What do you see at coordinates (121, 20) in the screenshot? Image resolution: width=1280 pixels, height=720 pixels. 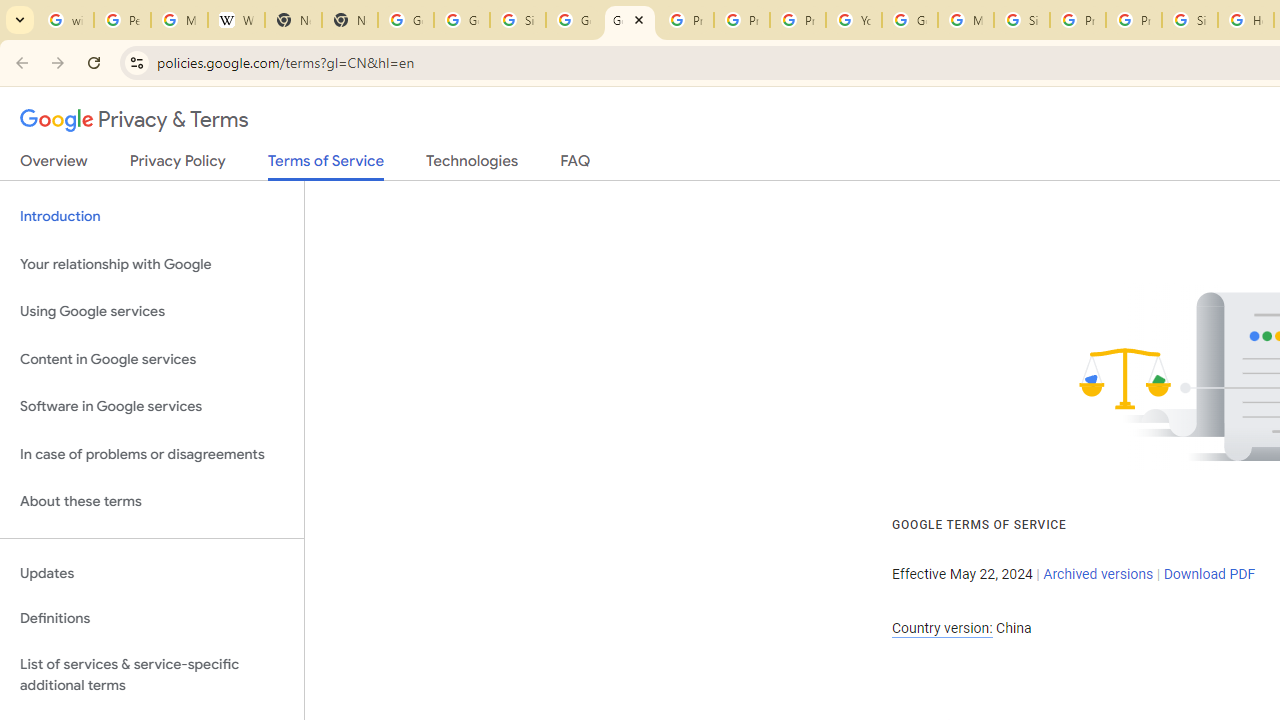 I see `'Personalization & Google Search results - Google Search Help'` at bounding box center [121, 20].